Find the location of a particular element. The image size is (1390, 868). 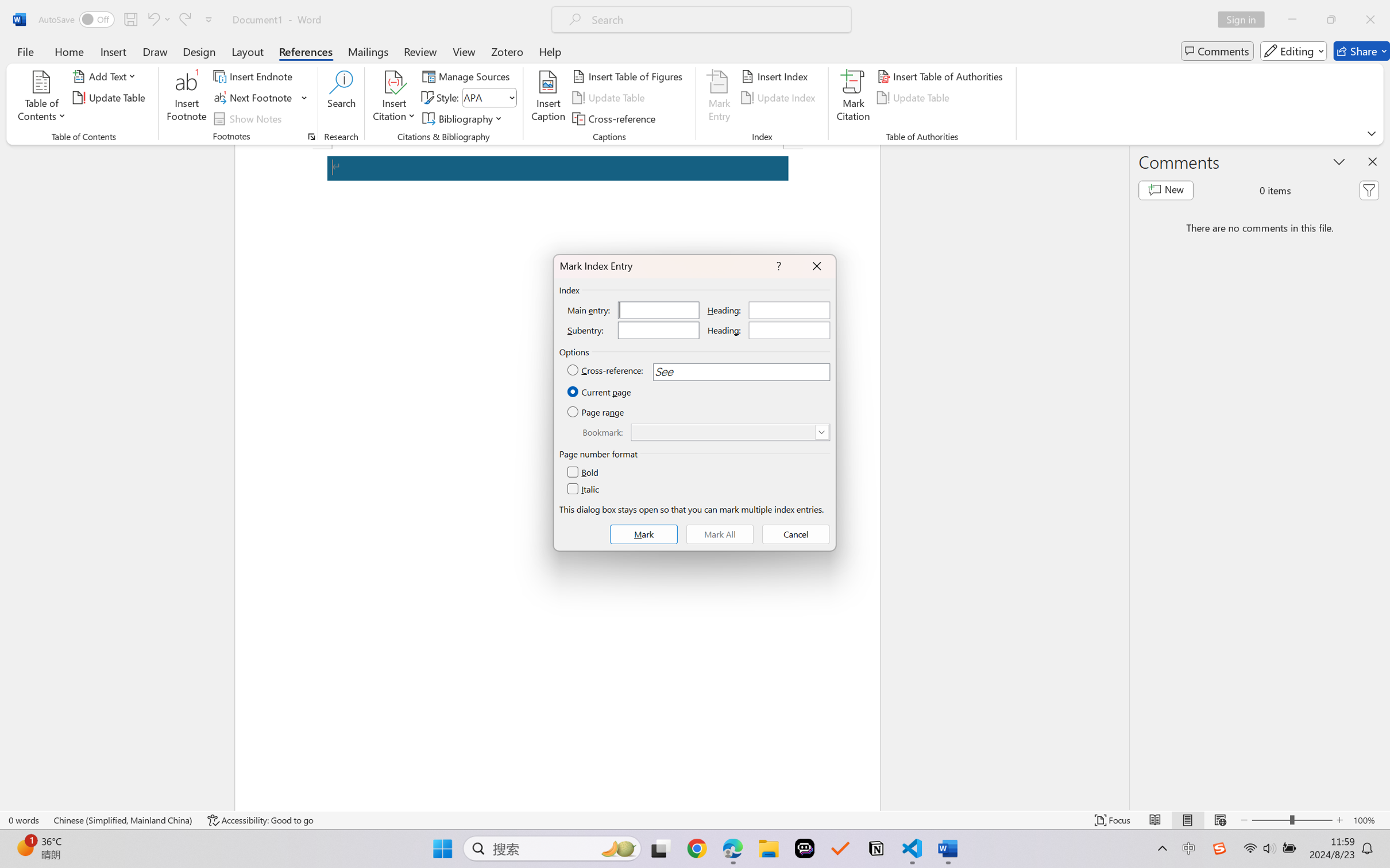

'Insert Table of Figures...' is located at coordinates (629, 75).